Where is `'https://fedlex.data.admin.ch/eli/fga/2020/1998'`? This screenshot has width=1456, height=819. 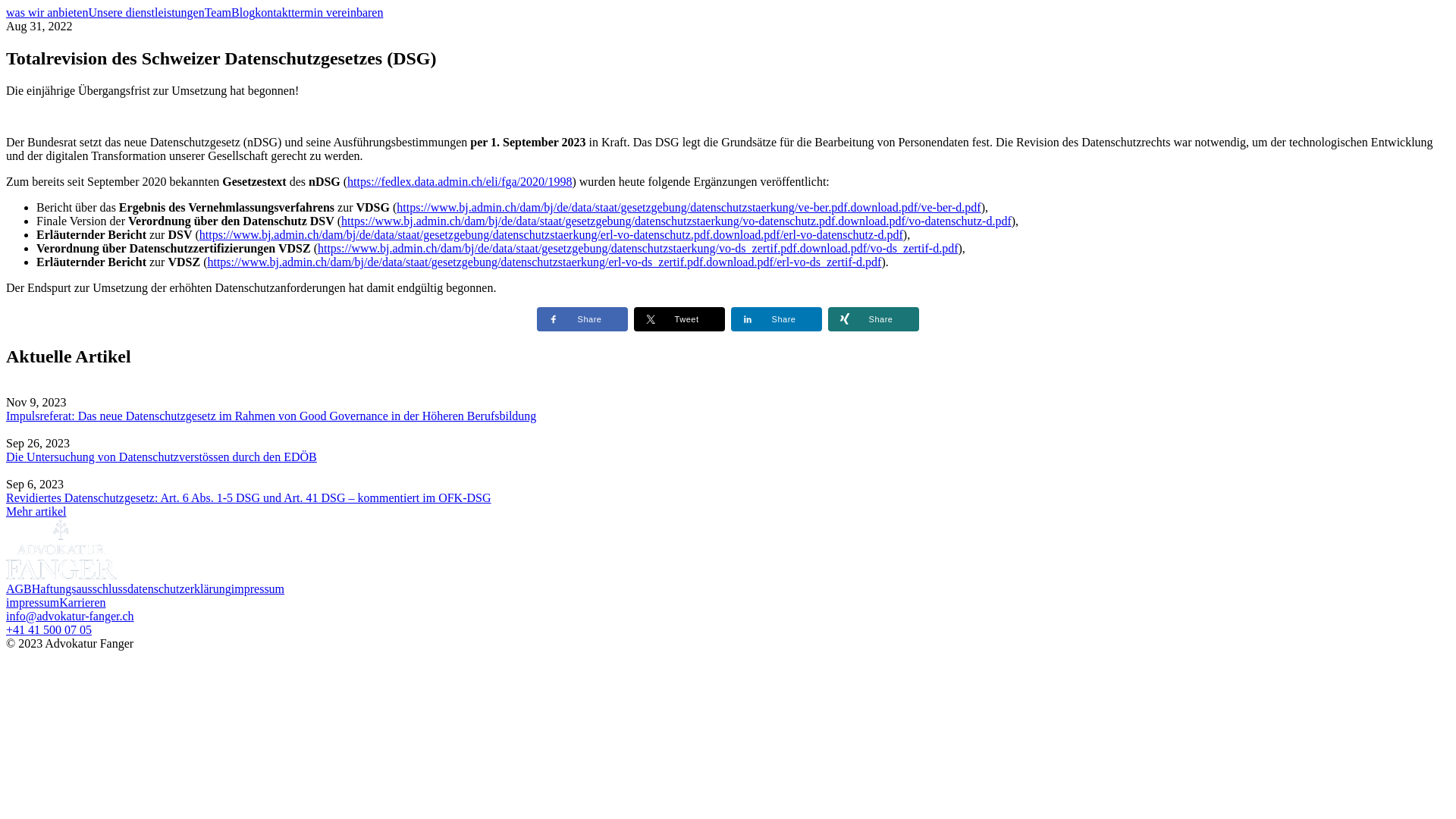 'https://fedlex.data.admin.ch/eli/fga/2020/1998' is located at coordinates (458, 180).